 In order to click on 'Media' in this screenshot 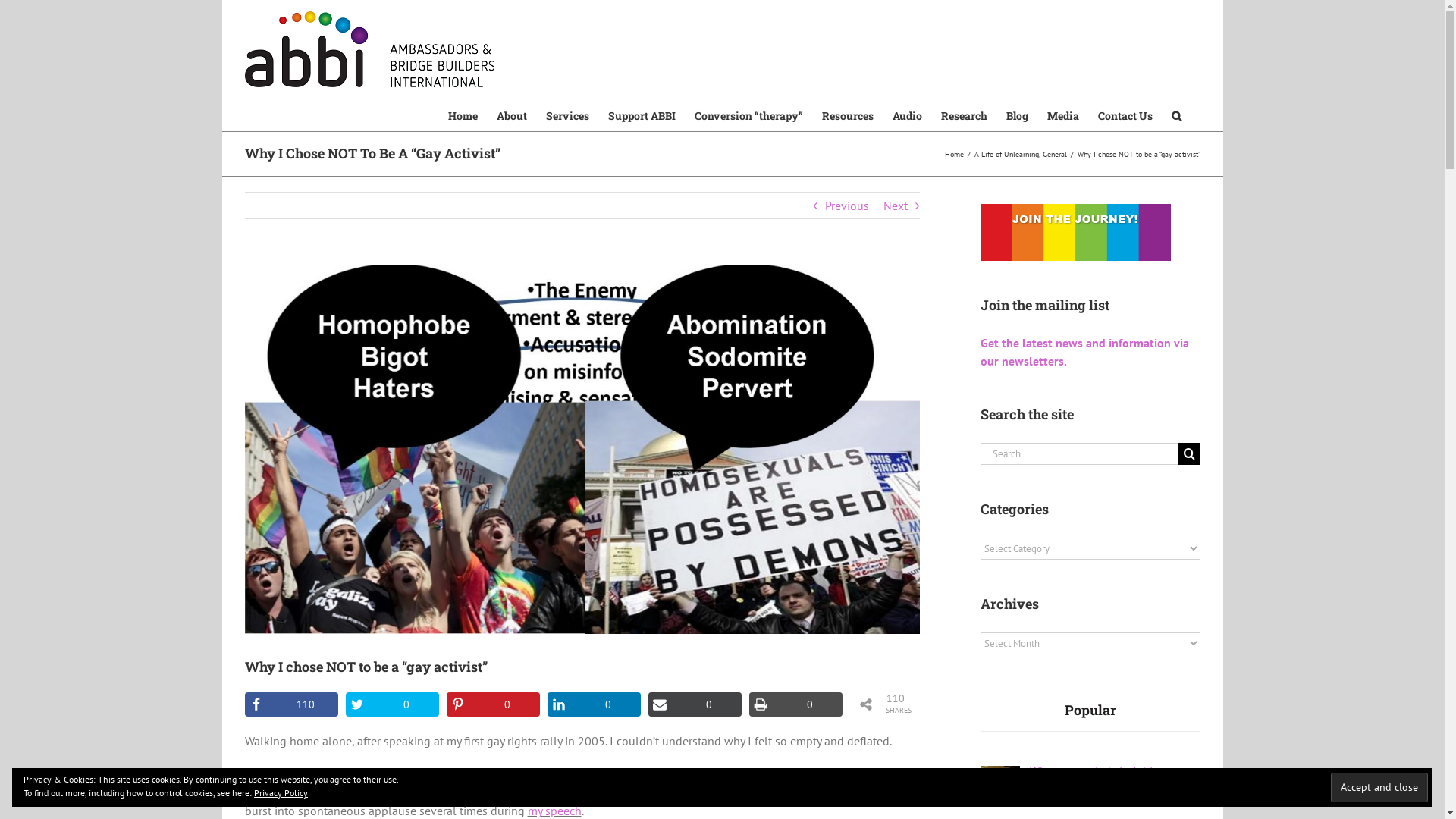, I will do `click(1062, 114)`.